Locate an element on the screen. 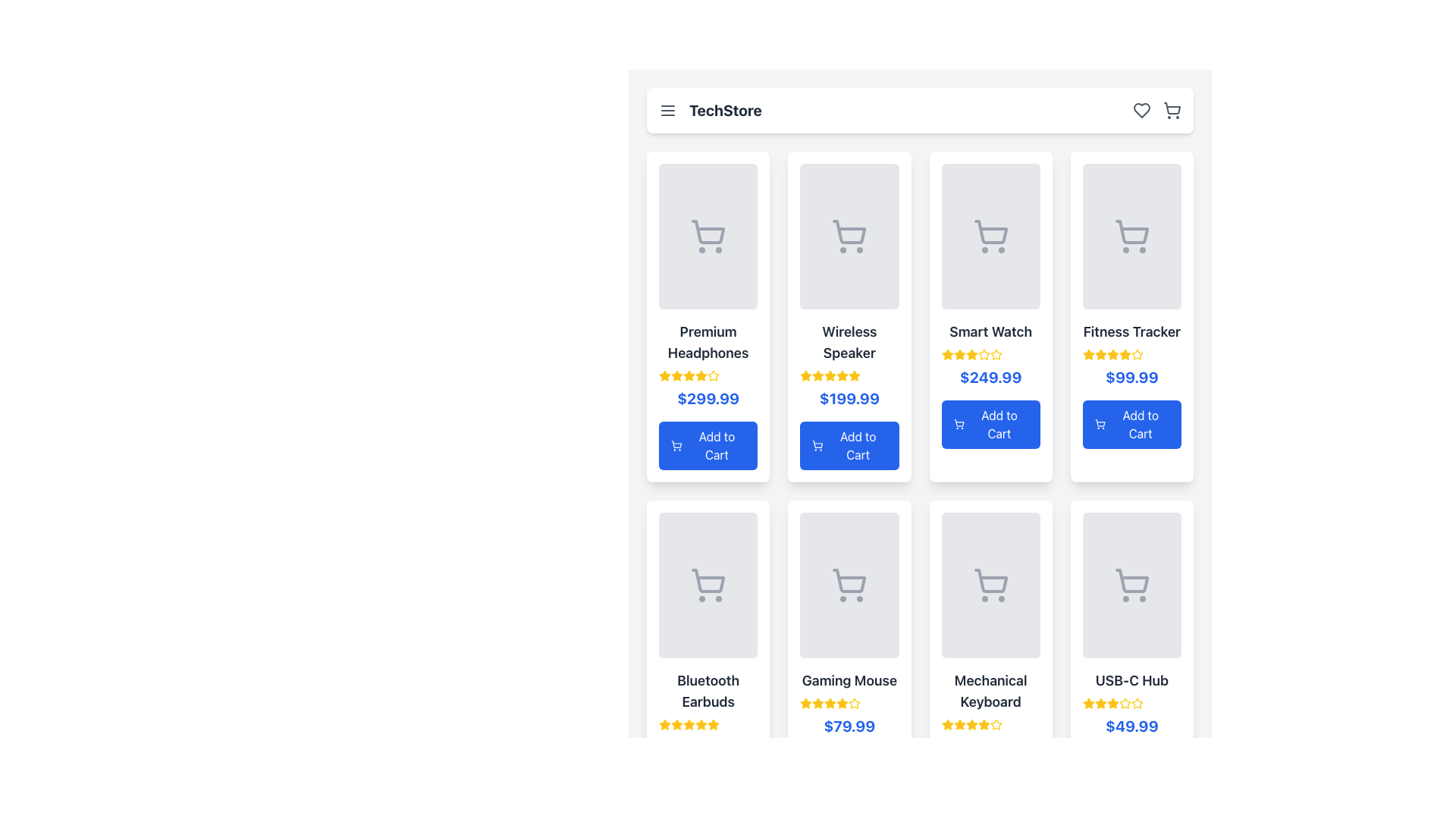 This screenshot has width=1456, height=819. the cumulative rating represented by the star icons in the rating indicator located below the 'USB-C Hub' title and above the price text '$49.99' is located at coordinates (1131, 704).